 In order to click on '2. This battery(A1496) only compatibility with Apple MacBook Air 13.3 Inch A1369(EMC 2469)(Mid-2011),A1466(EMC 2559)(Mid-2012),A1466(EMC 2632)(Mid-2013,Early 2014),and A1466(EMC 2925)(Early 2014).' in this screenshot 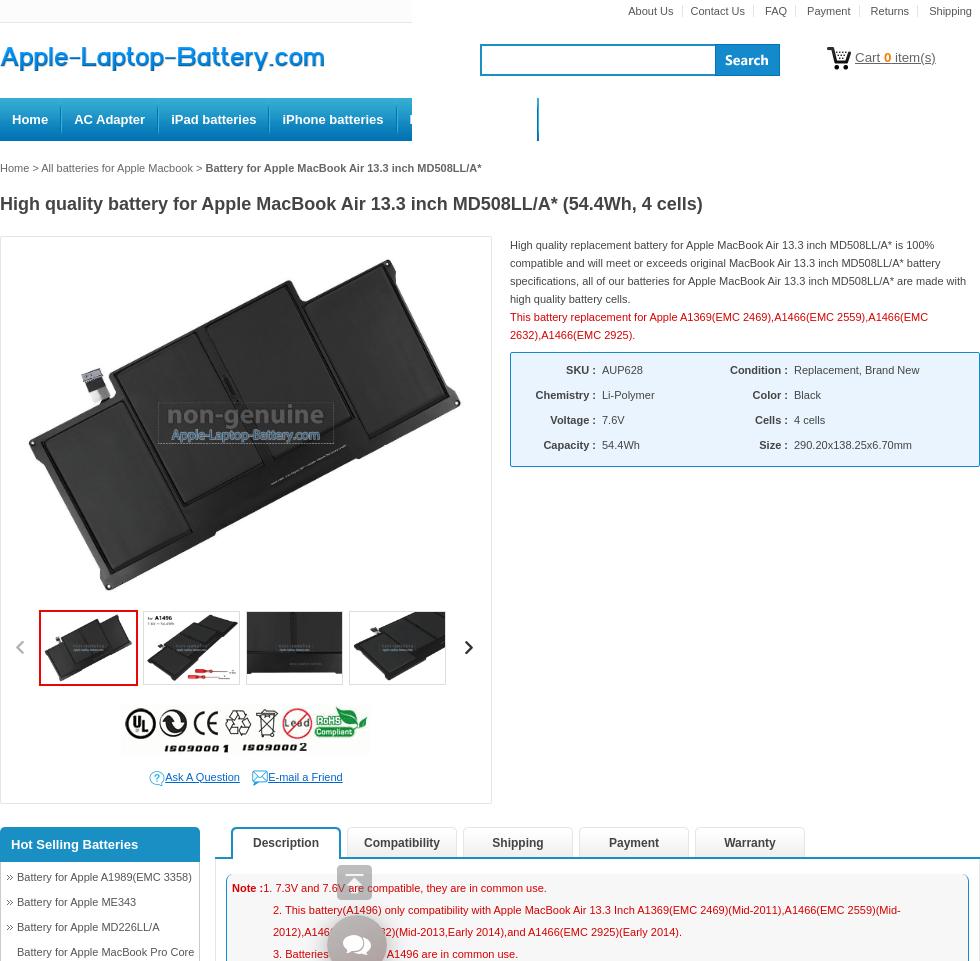, I will do `click(273, 919)`.